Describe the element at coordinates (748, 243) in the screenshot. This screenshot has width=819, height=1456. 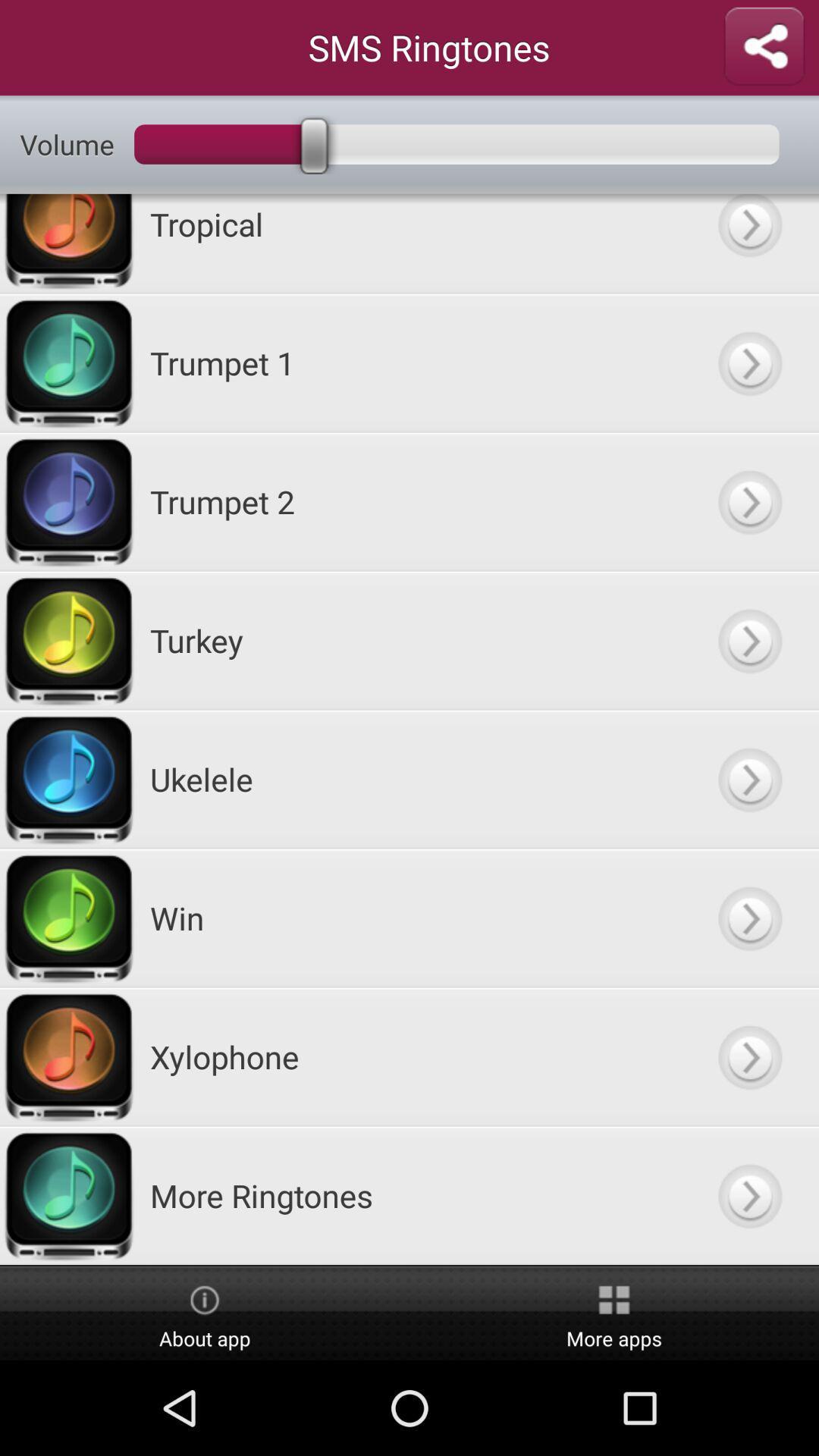
I see `the next page` at that location.